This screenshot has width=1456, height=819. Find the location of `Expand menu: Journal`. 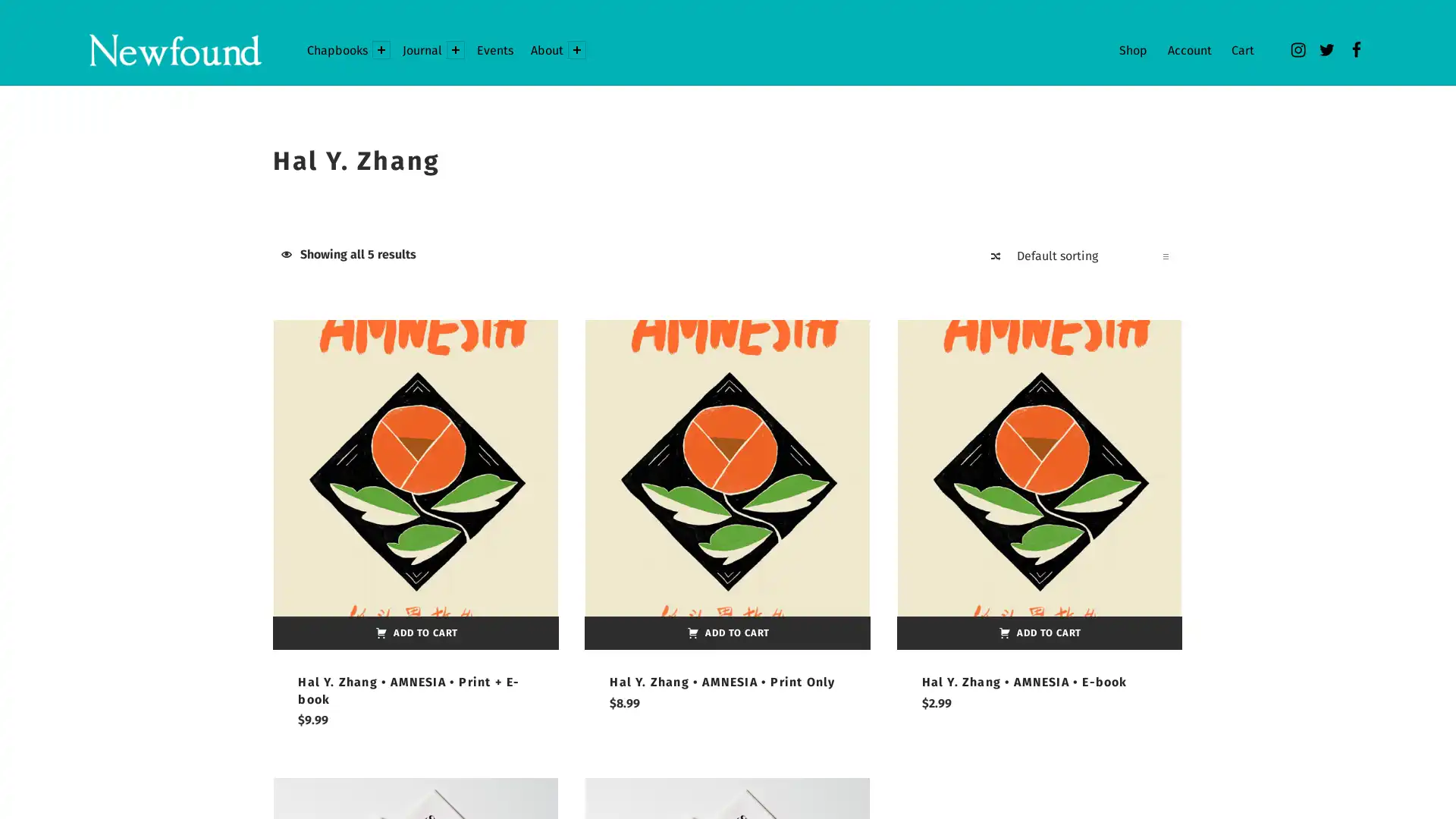

Expand menu: Journal is located at coordinates (454, 49).